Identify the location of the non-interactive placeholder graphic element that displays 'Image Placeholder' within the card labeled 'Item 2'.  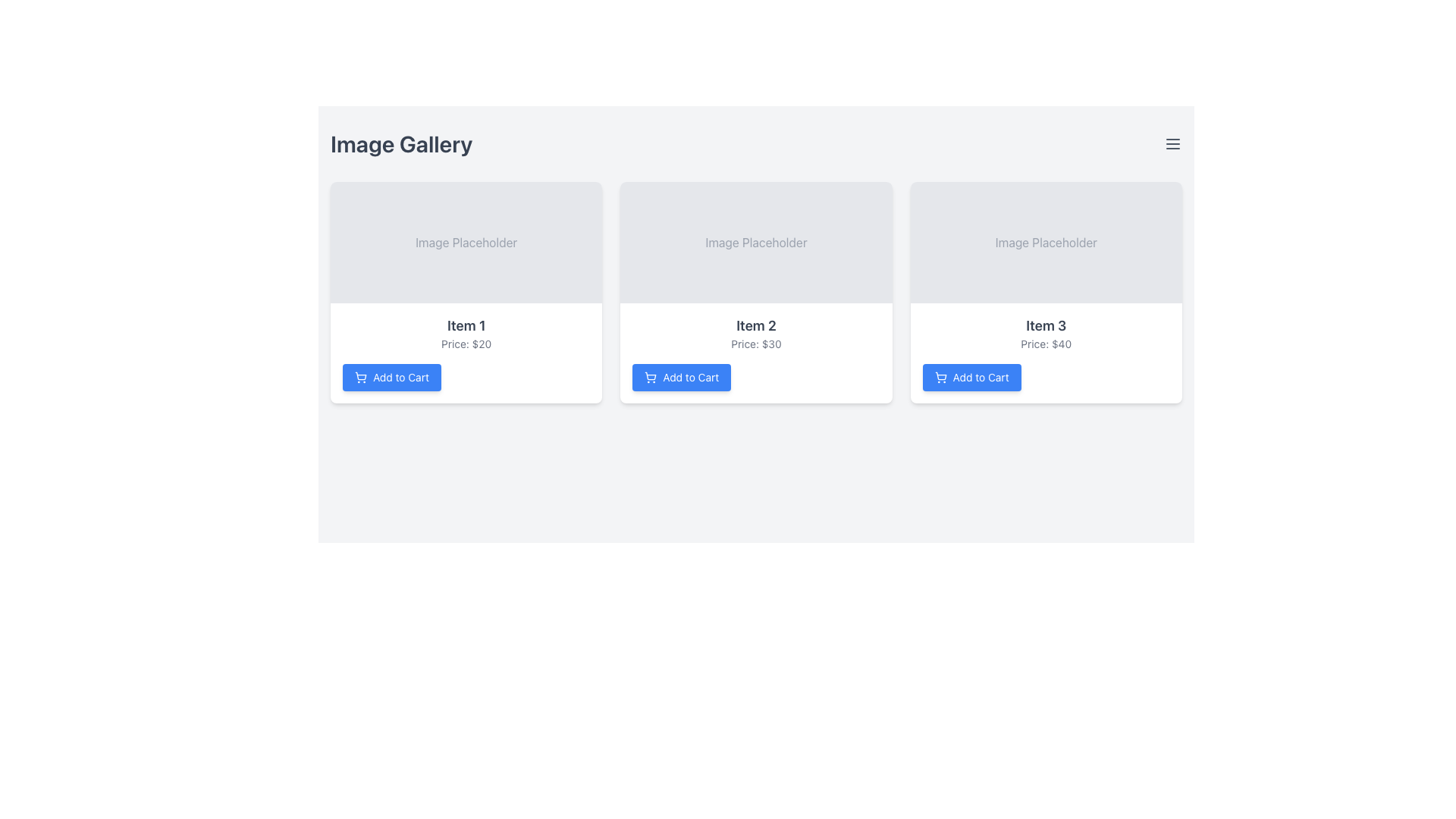
(756, 242).